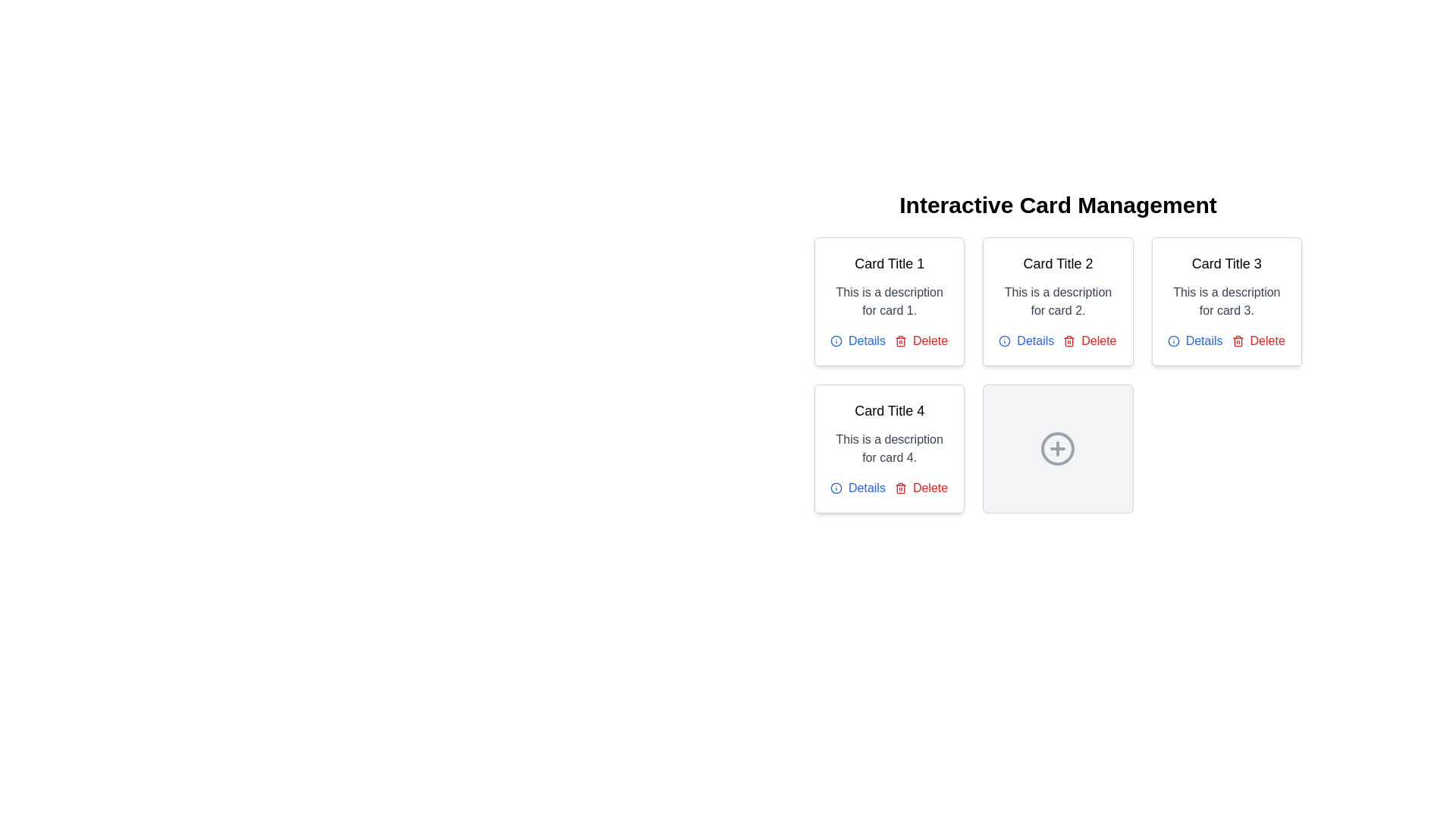 The height and width of the screenshot is (819, 1456). What do you see at coordinates (858, 488) in the screenshot?
I see `the blue-colored text hyperlink labeled 'Details' located to the left of the 'Delete' button` at bounding box center [858, 488].